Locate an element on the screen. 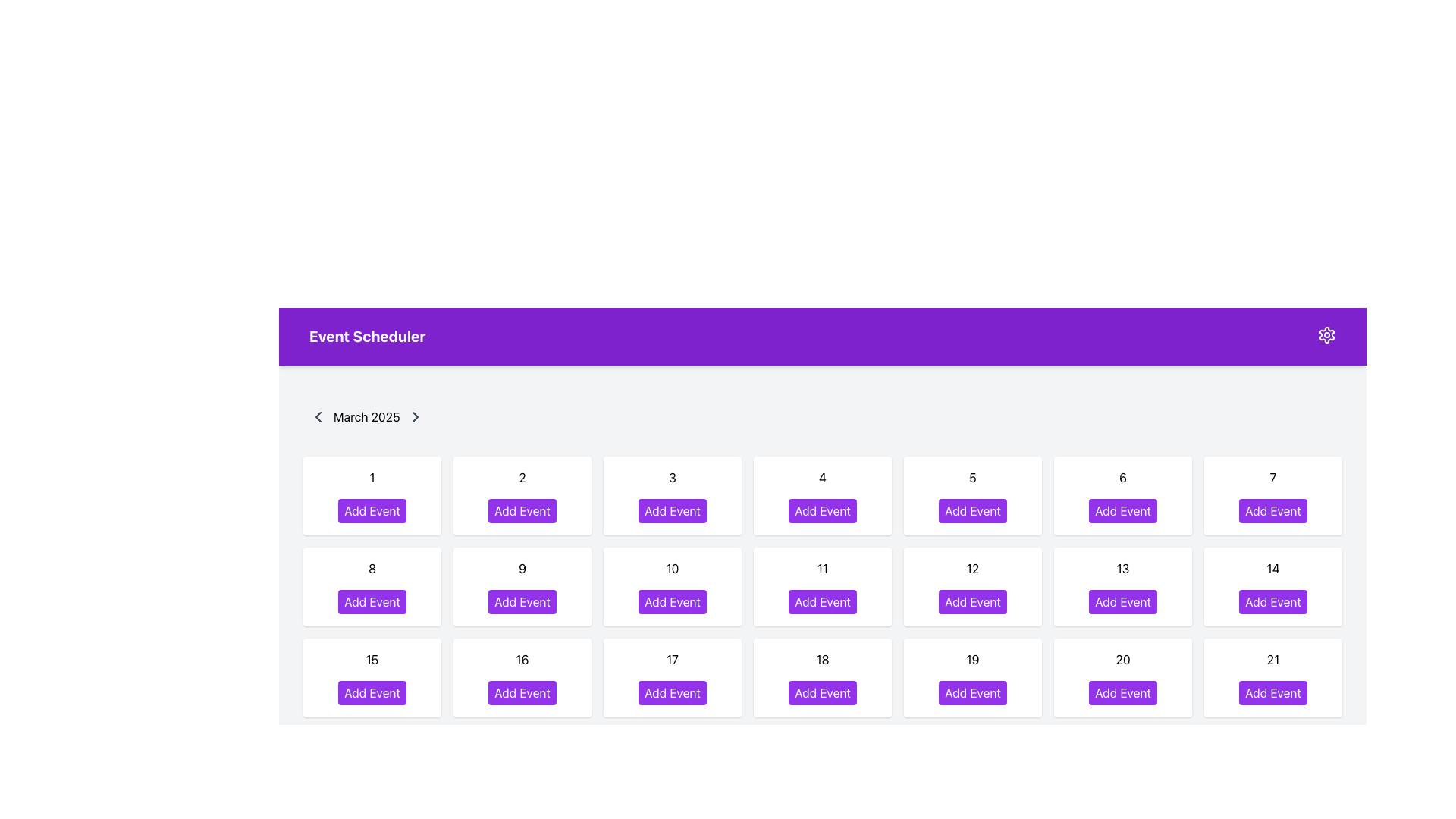 The width and height of the screenshot is (1456, 819). the 'Add Event' button located at the center of the button with a vibrant purple background in the calendar grid layout is located at coordinates (972, 693).